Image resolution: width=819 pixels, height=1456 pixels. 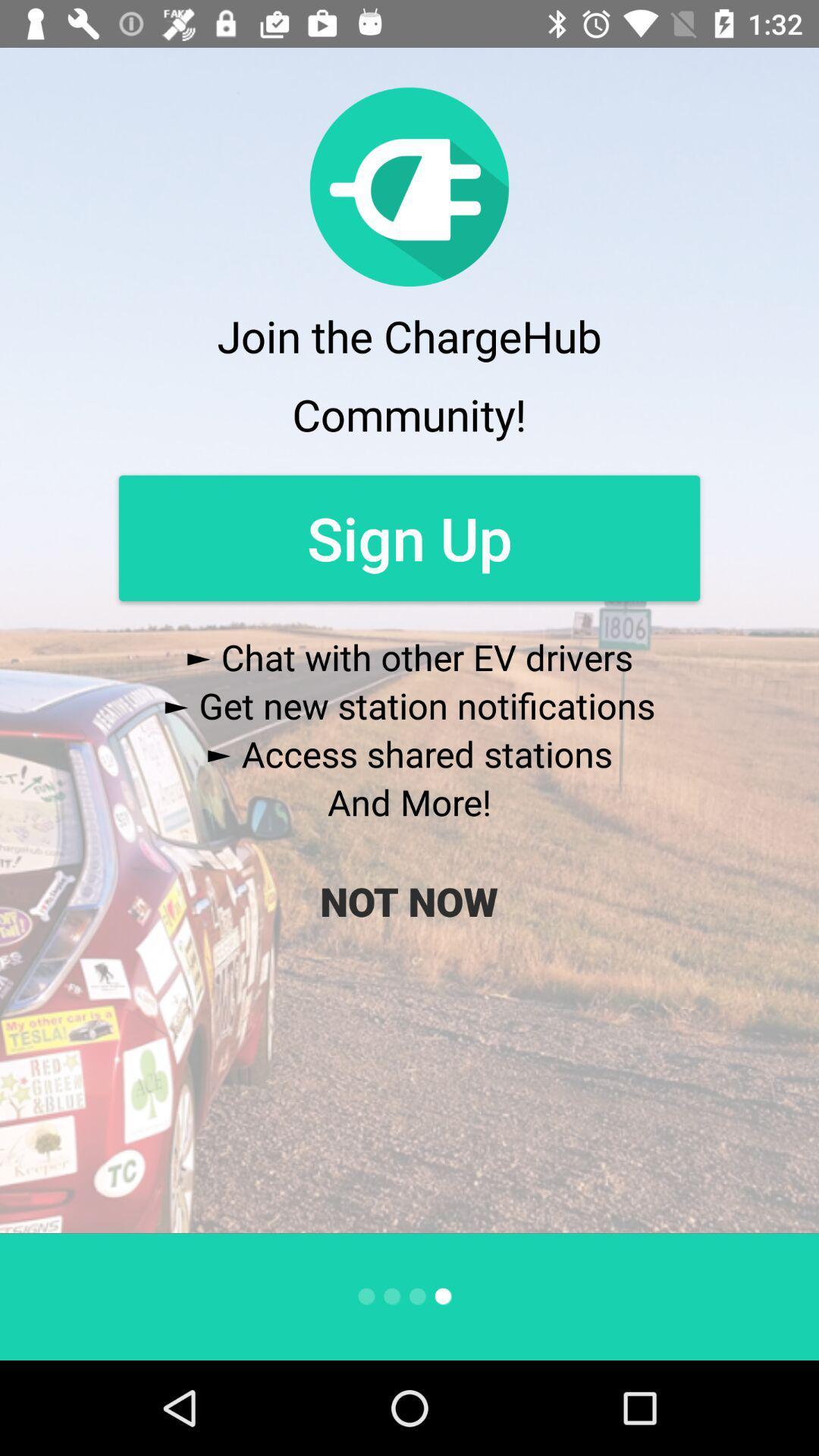 I want to click on the icon below the and more!, so click(x=408, y=901).